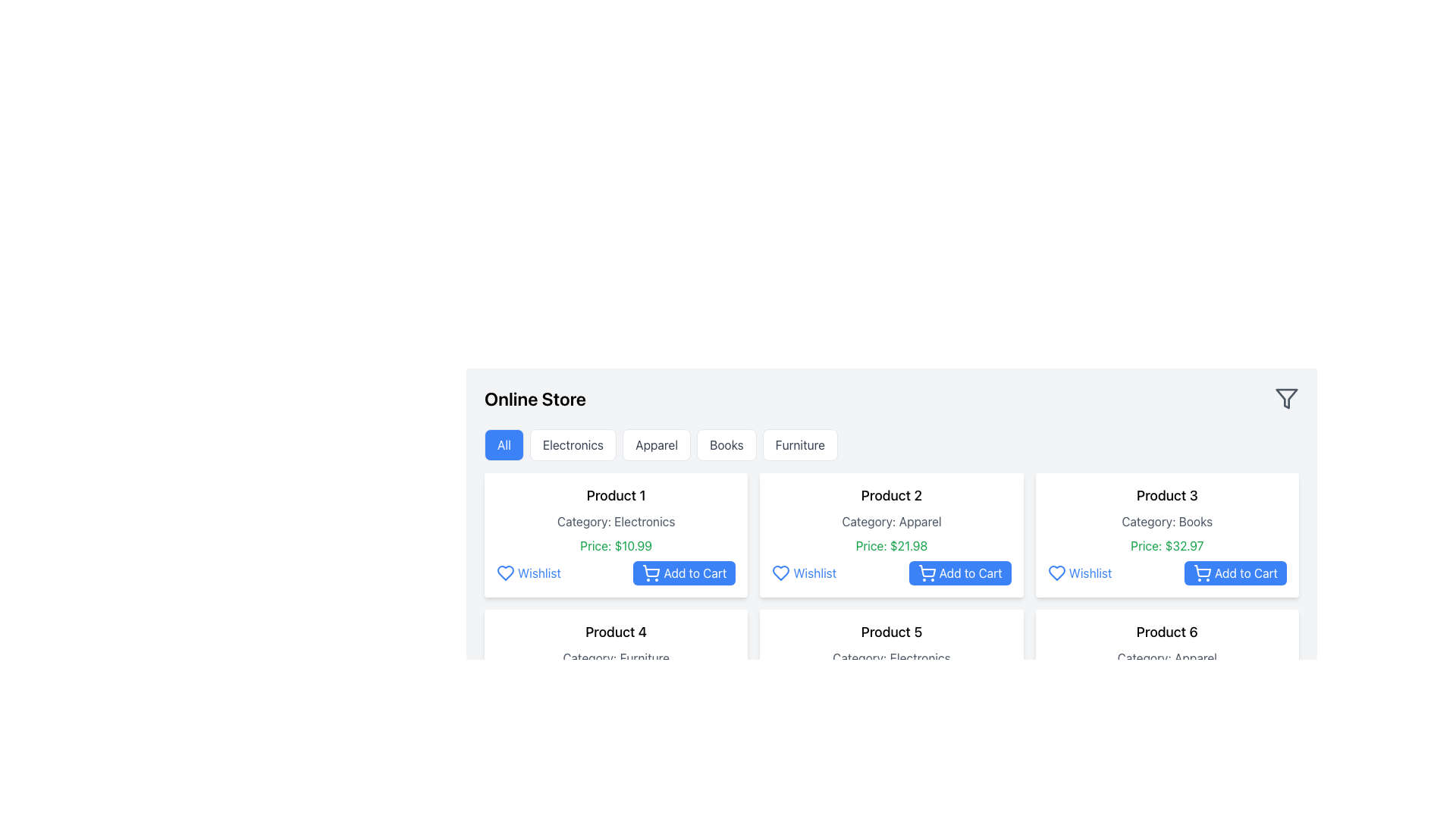  What do you see at coordinates (892, 546) in the screenshot?
I see `price details from the text label displaying 'Price: $21.98' in the second product card` at bounding box center [892, 546].